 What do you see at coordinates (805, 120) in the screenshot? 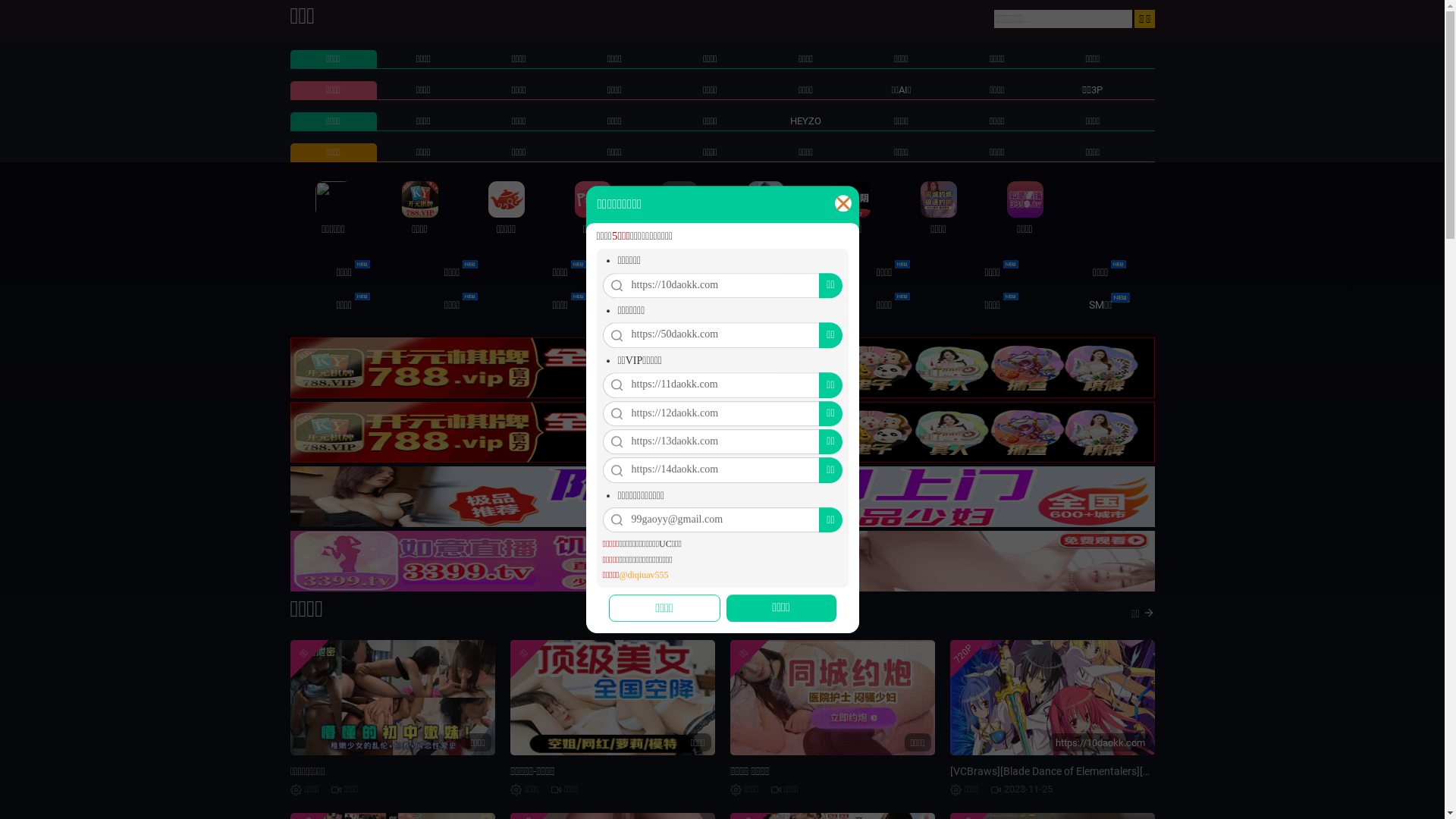
I see `'HEYZO'` at bounding box center [805, 120].